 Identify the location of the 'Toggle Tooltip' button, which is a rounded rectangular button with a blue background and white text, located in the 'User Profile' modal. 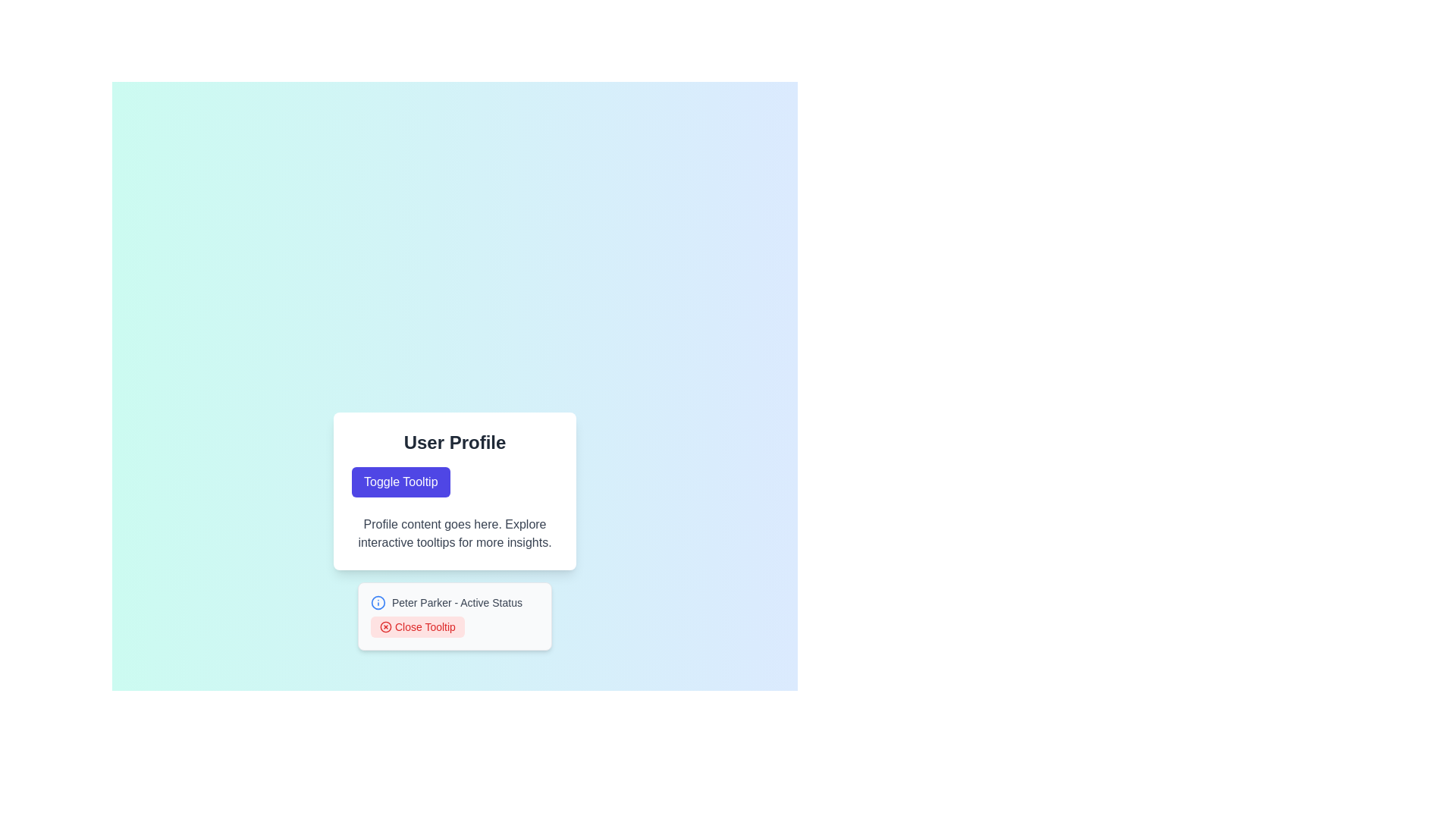
(400, 482).